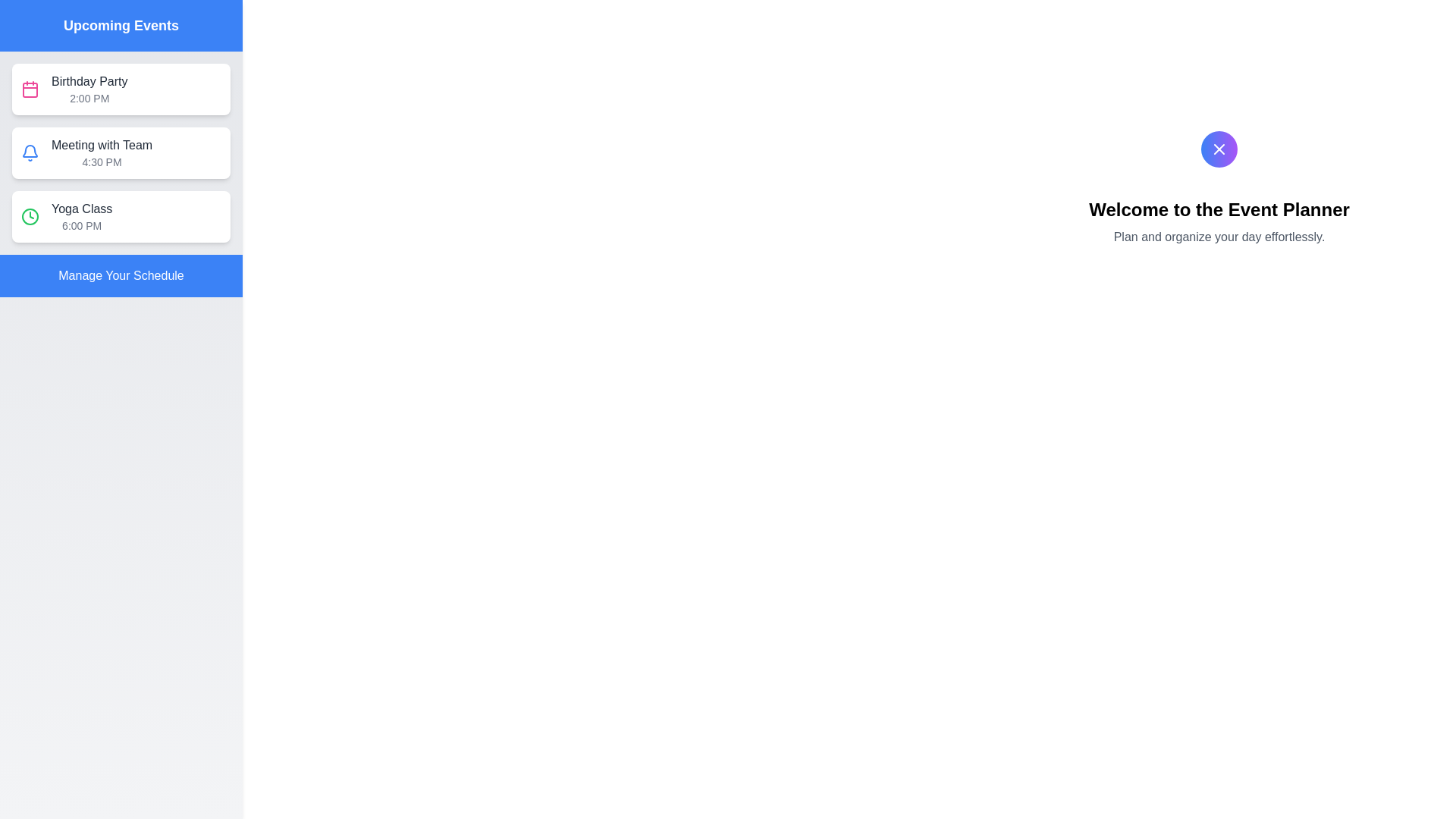 The width and height of the screenshot is (1456, 819). What do you see at coordinates (101, 162) in the screenshot?
I see `time displayed in the text label showing '4:30 PM', which is located below 'Meeting with Team' in the blue sidebar on the left` at bounding box center [101, 162].